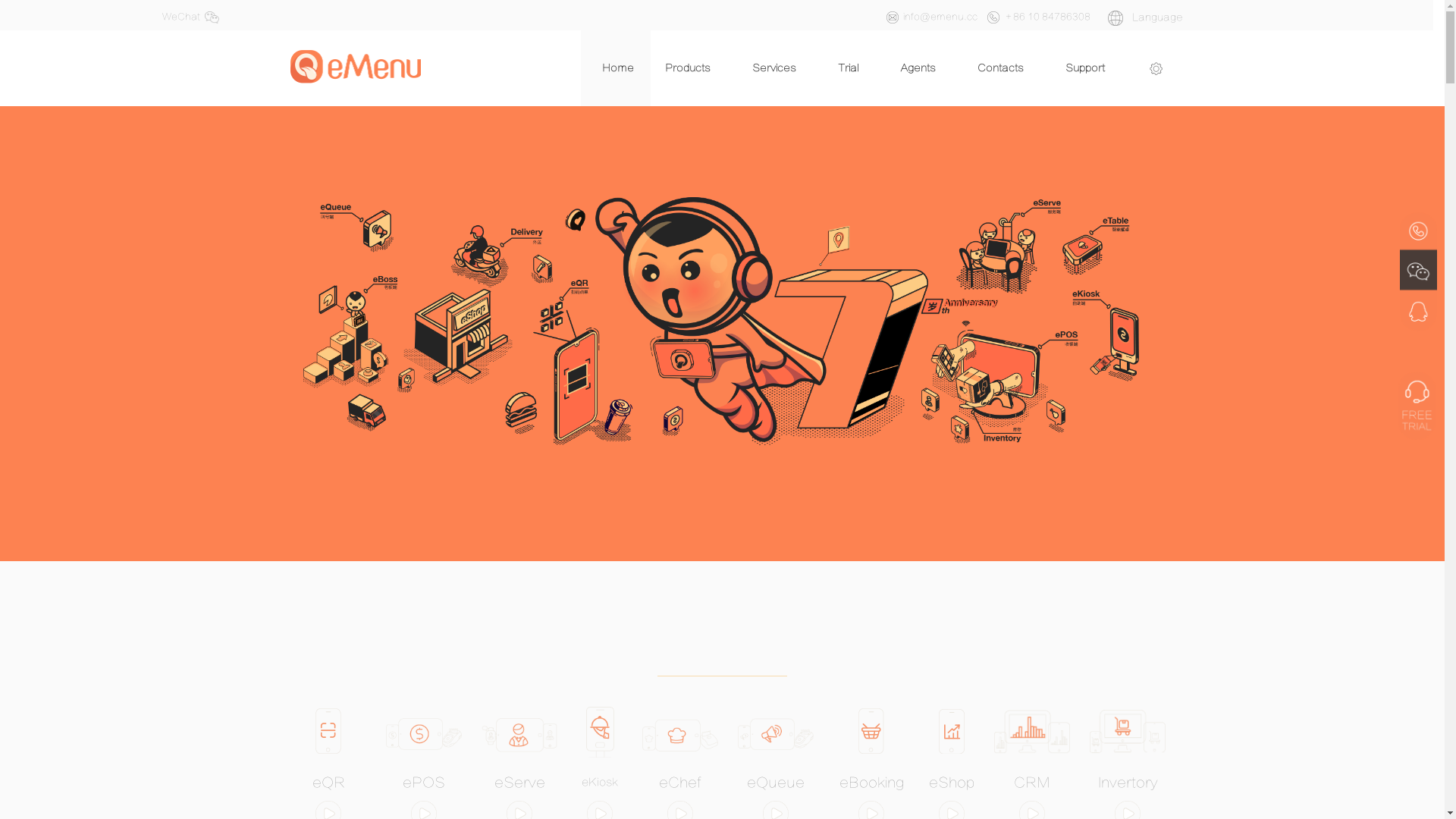 The height and width of the screenshot is (819, 1456). What do you see at coordinates (837, 780) in the screenshot?
I see `'eBooking'` at bounding box center [837, 780].